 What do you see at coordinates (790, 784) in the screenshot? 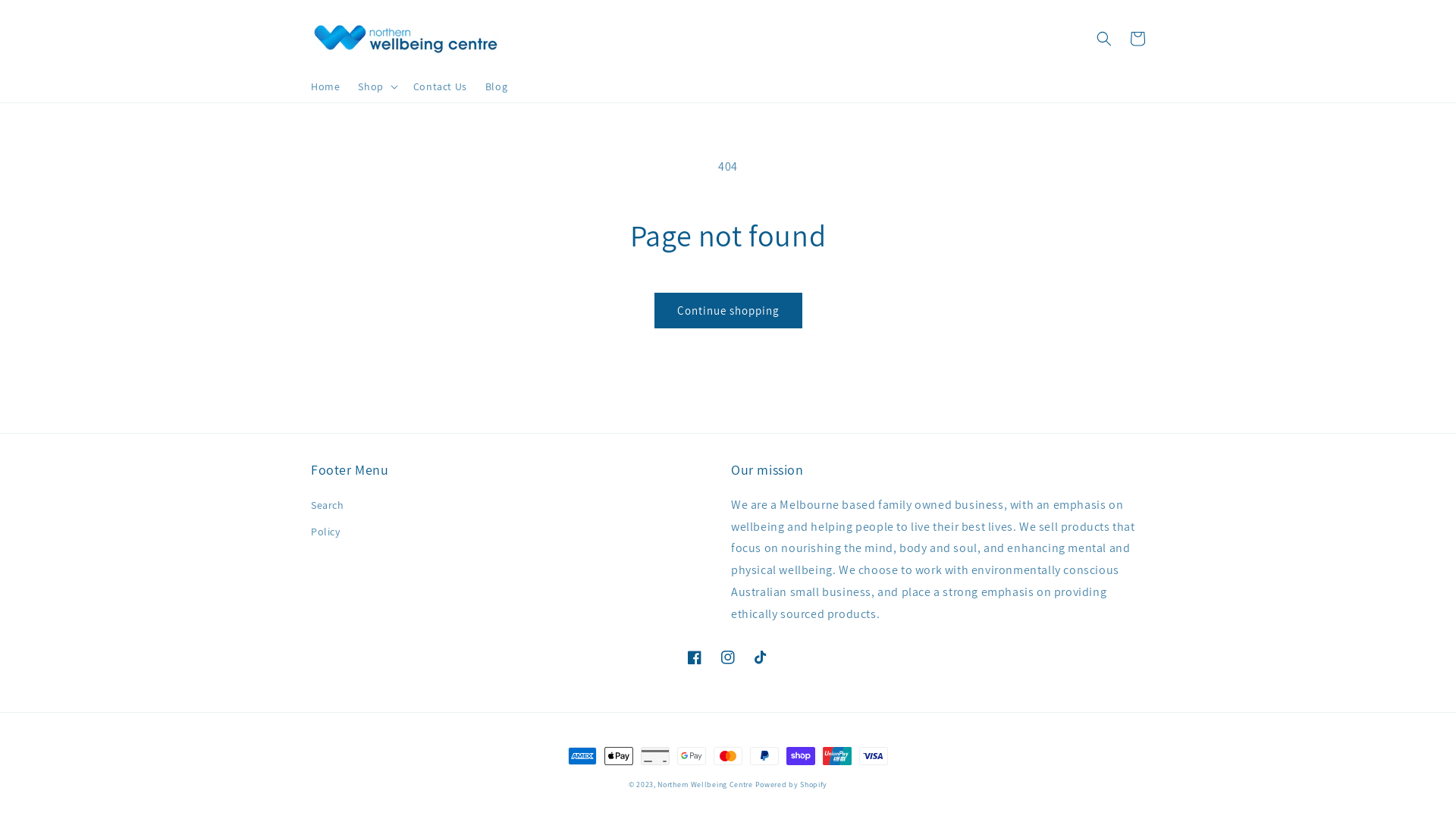
I see `'Powered by Shopify'` at bounding box center [790, 784].